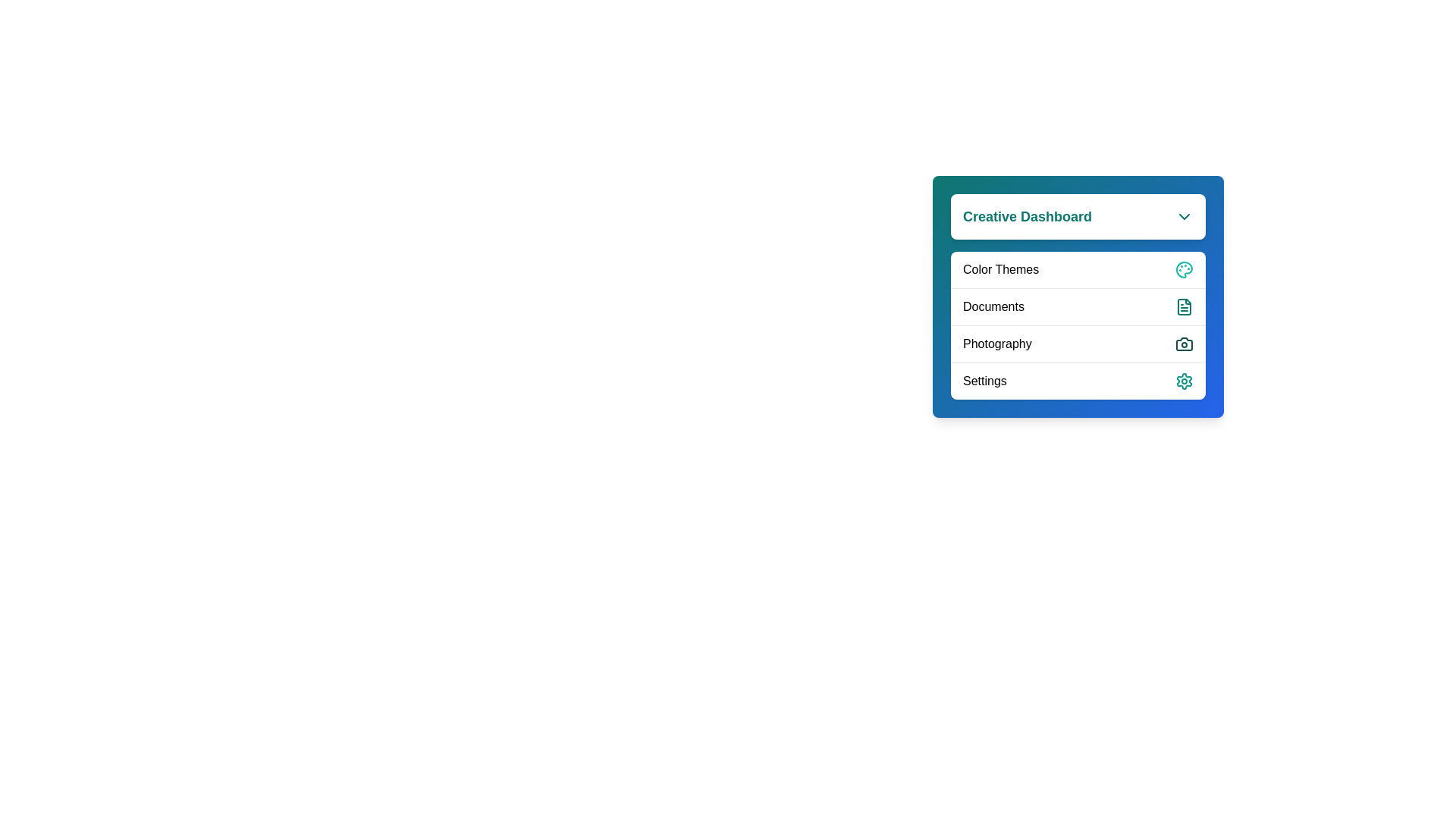 The image size is (1456, 819). What do you see at coordinates (1077, 268) in the screenshot?
I see `the 'Color Themes' menu option` at bounding box center [1077, 268].